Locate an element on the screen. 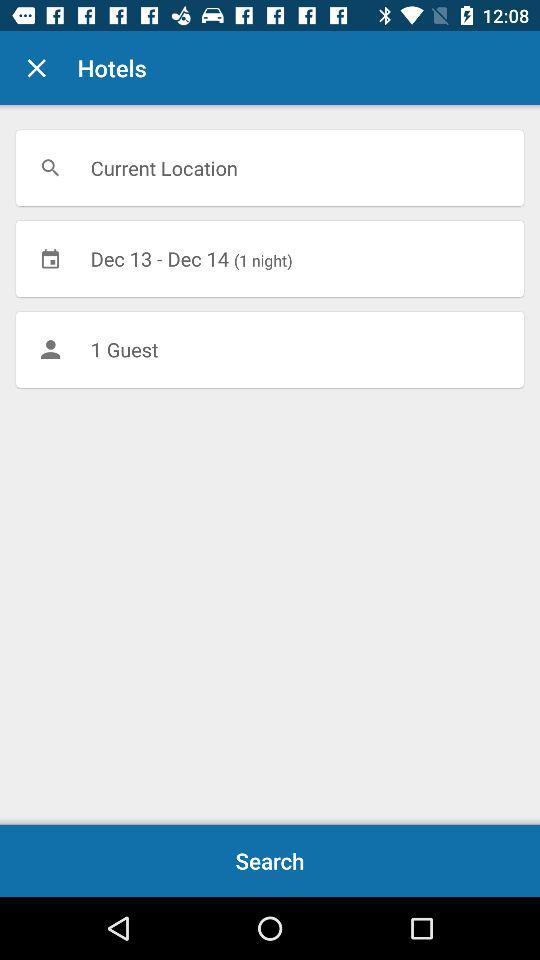  current location is located at coordinates (270, 167).